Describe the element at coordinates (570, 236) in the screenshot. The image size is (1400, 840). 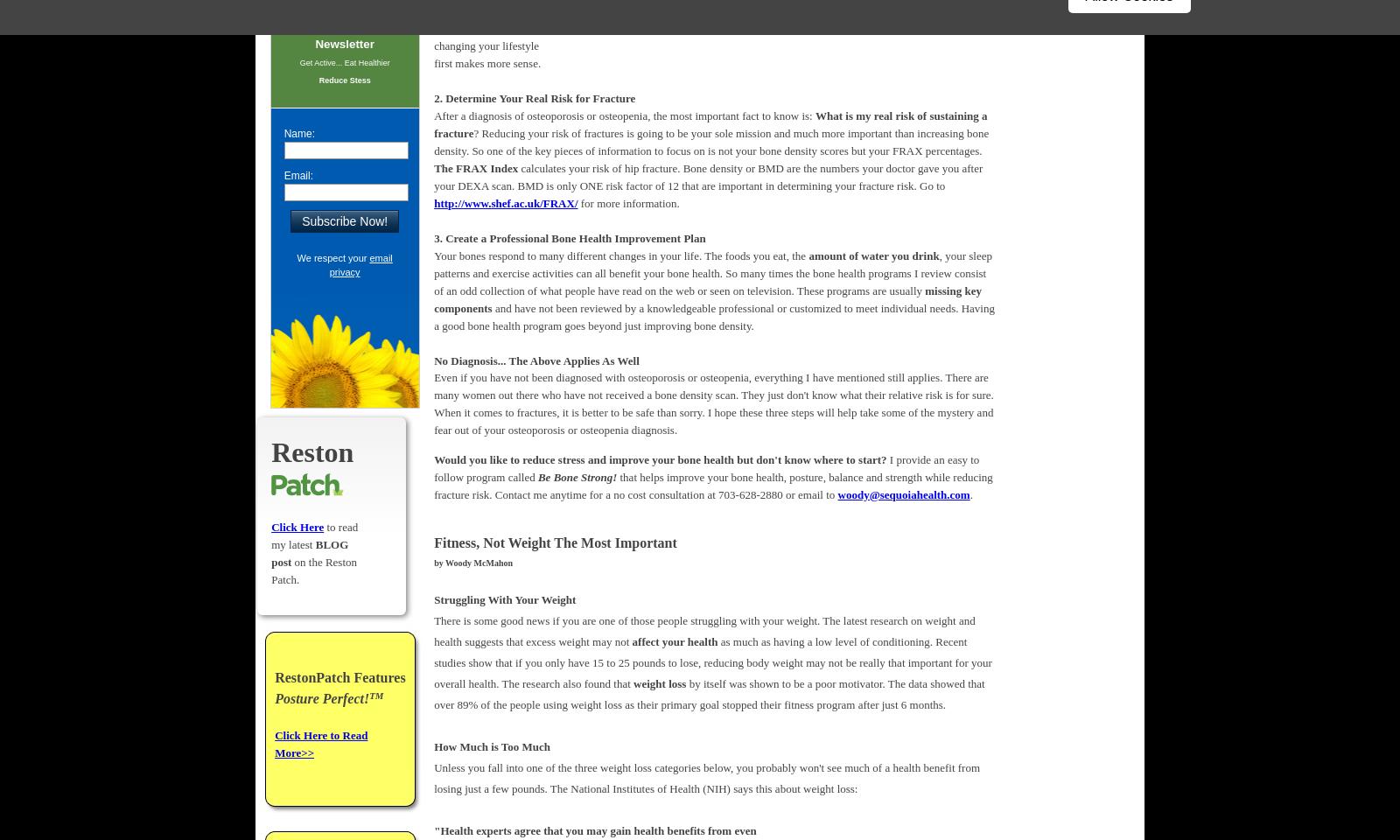
I see `'3. Create a Professional Bone Health Improvement Plan'` at that location.